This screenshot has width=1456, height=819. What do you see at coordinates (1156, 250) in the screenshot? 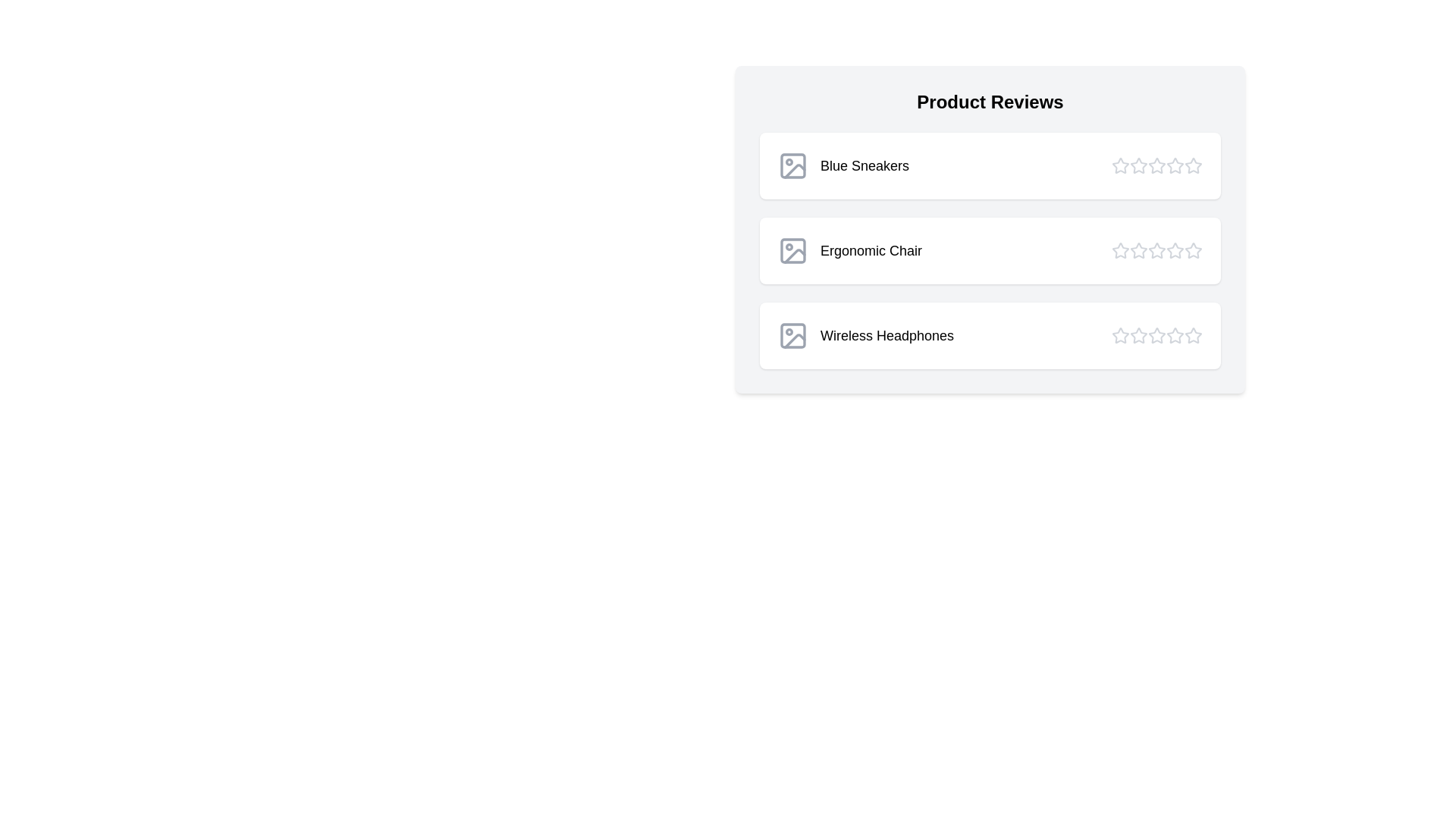
I see `the star corresponding to 3 stars for the product Ergonomic Chair` at bounding box center [1156, 250].